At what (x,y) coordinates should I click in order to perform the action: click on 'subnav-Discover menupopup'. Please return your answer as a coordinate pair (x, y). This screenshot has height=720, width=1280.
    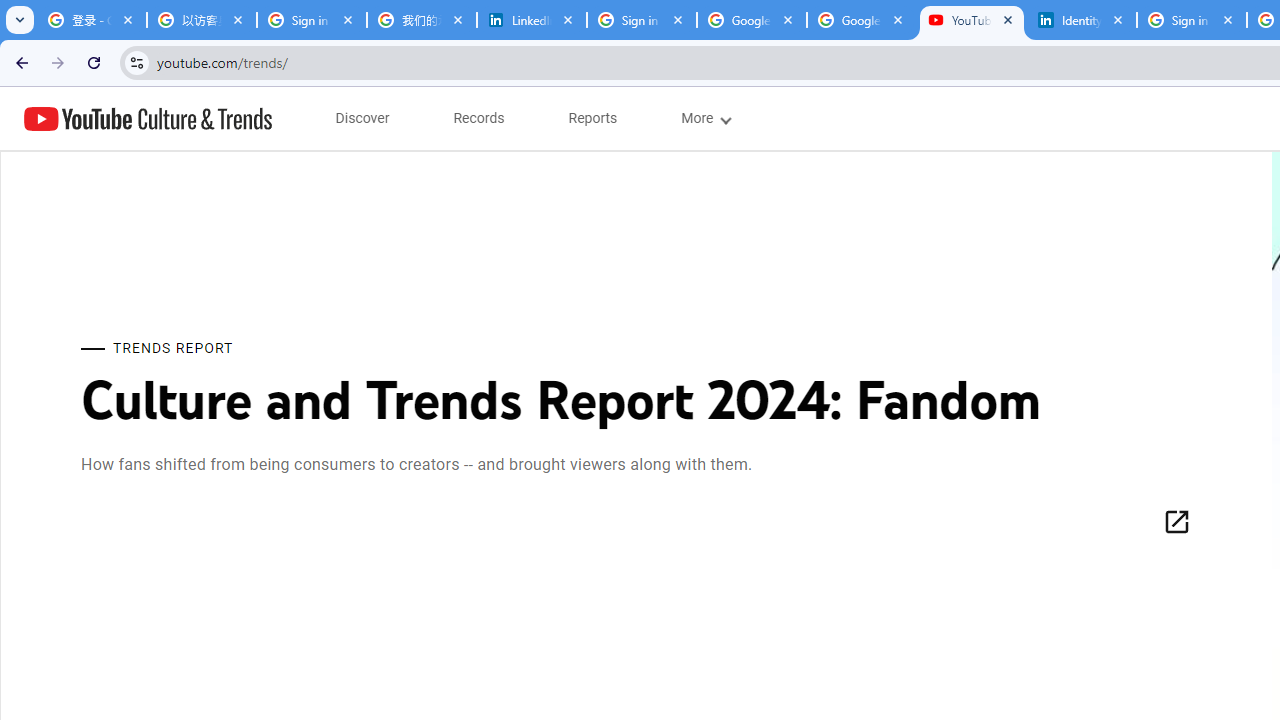
    Looking at the image, I should click on (362, 118).